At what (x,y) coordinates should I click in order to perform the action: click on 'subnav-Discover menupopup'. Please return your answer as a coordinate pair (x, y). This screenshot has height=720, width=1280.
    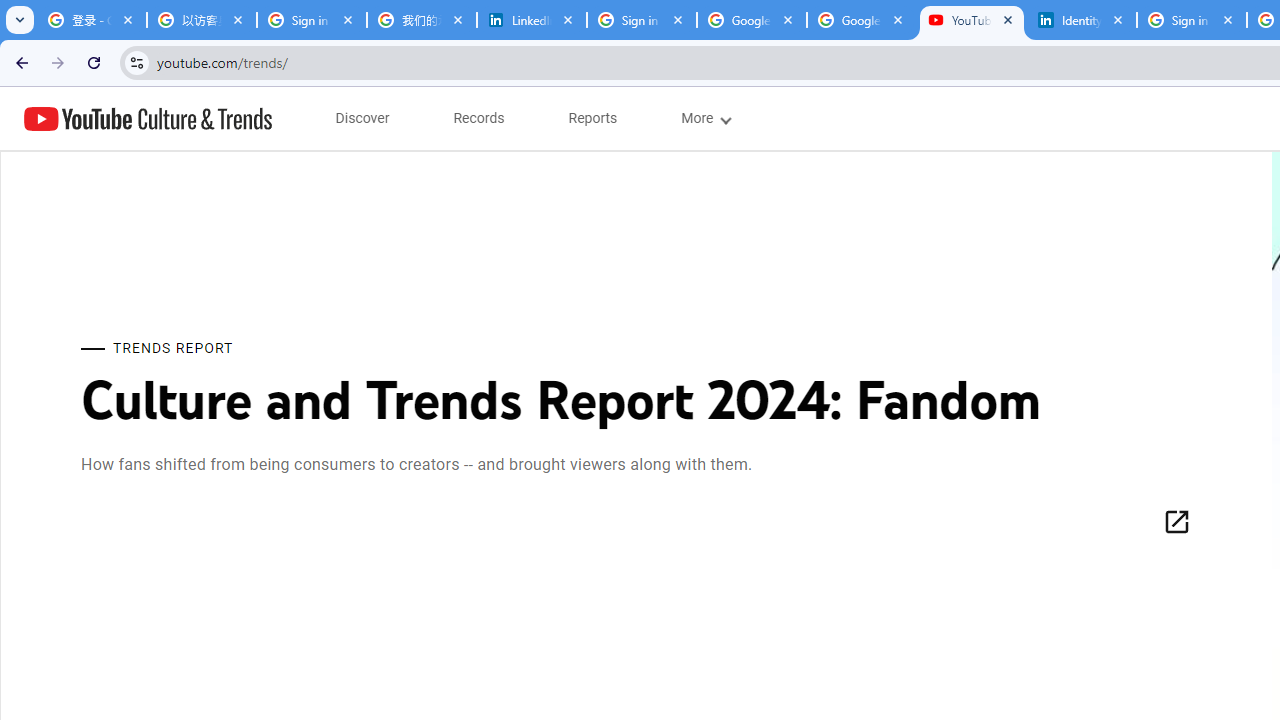
    Looking at the image, I should click on (362, 118).